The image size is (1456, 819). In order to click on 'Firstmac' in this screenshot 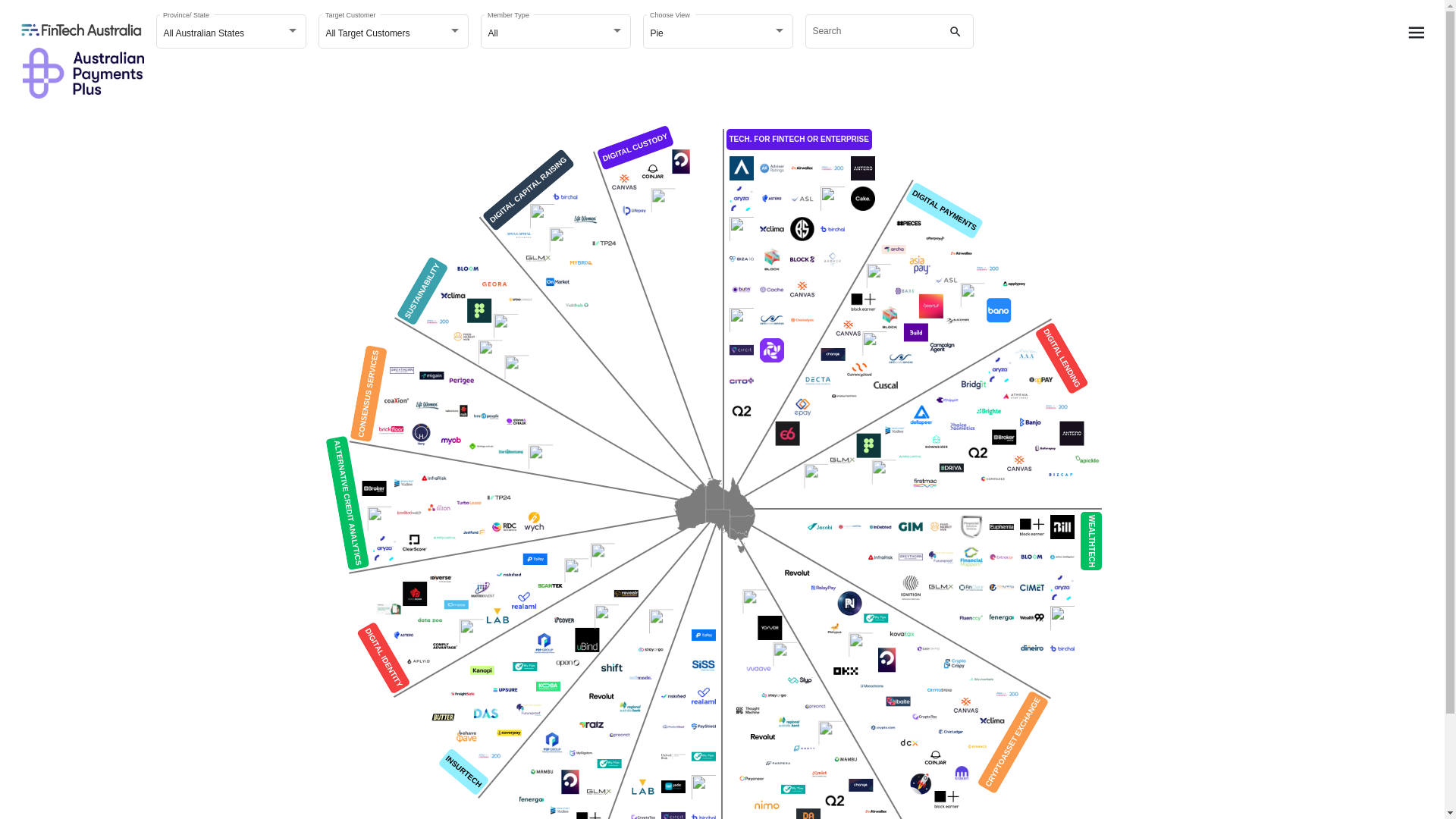, I will do `click(924, 482)`.